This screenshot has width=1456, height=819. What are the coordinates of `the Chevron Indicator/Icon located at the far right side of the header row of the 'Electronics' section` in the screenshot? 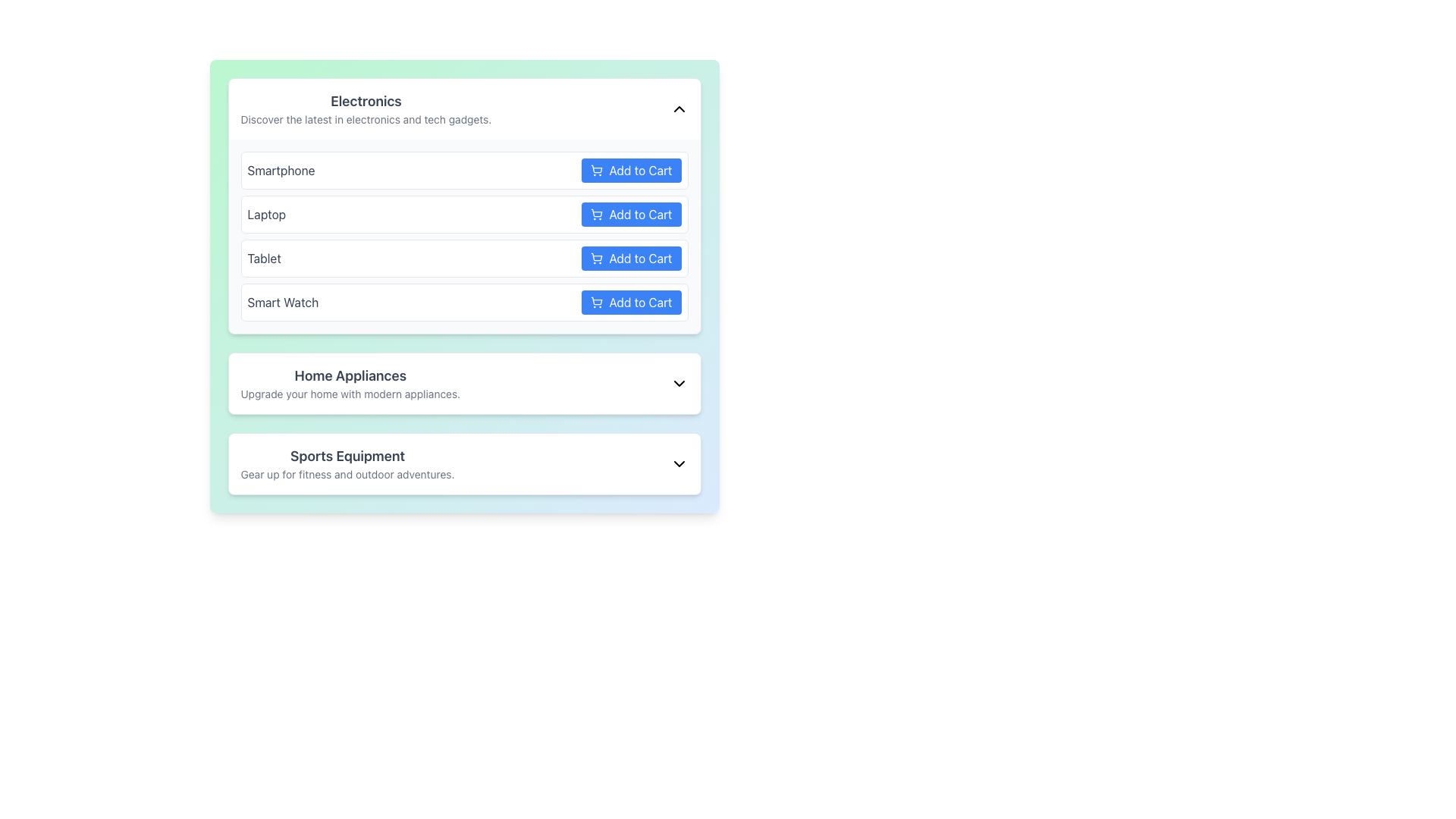 It's located at (678, 108).